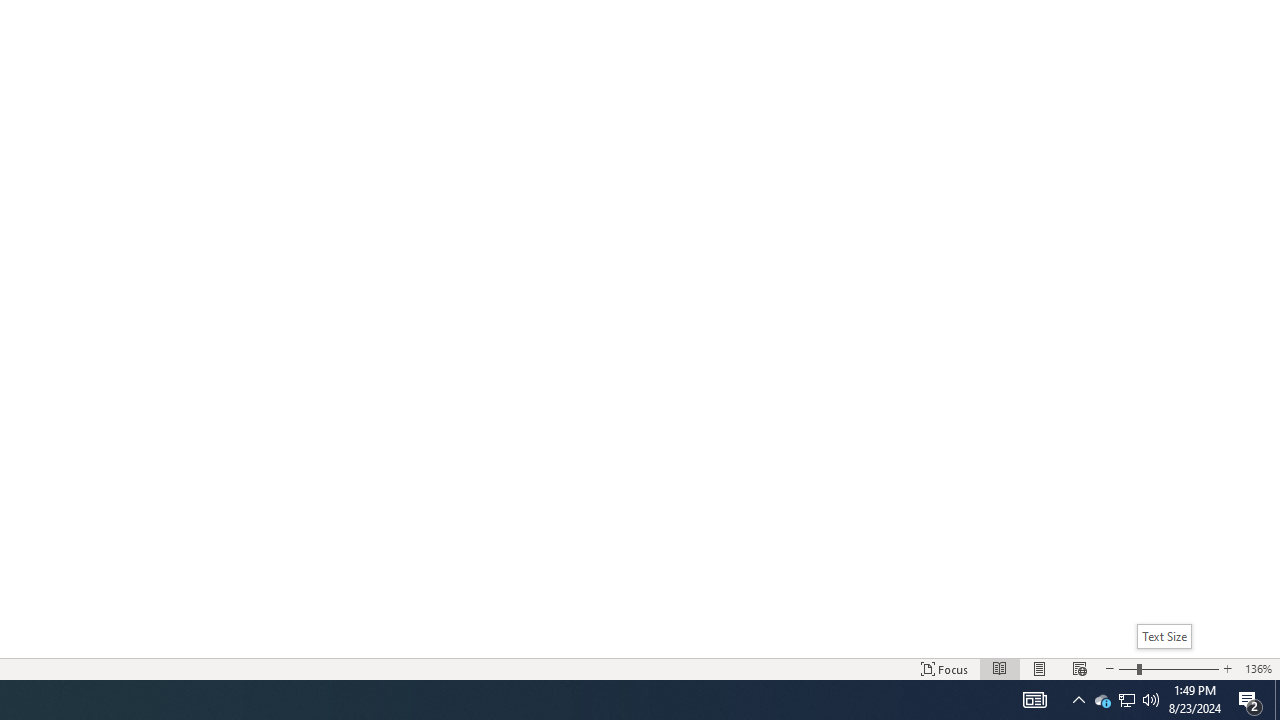  What do you see at coordinates (1108, 669) in the screenshot?
I see `'Decrease Text Size'` at bounding box center [1108, 669].